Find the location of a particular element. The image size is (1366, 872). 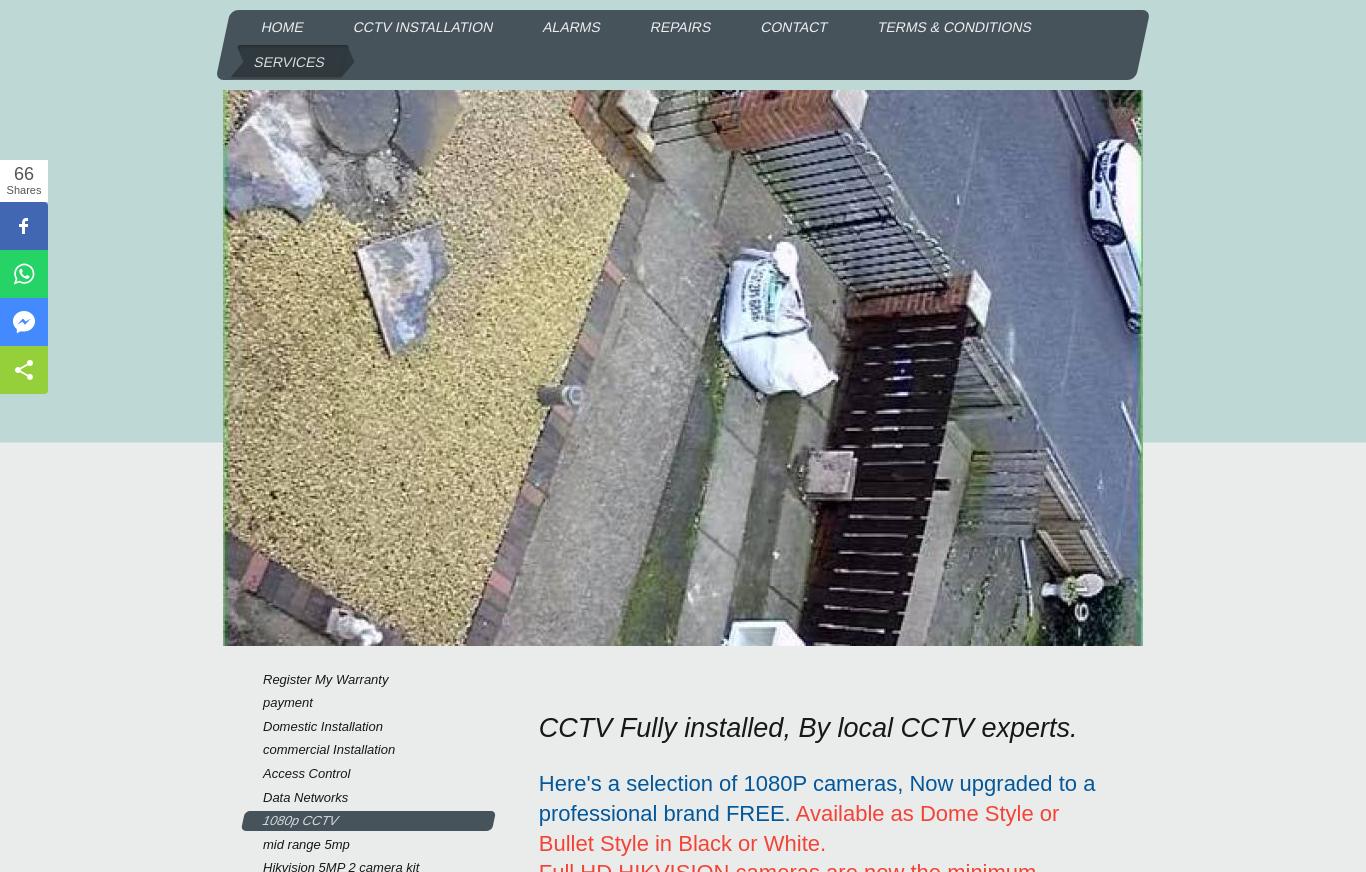

'Register My Warranty' is located at coordinates (325, 677).